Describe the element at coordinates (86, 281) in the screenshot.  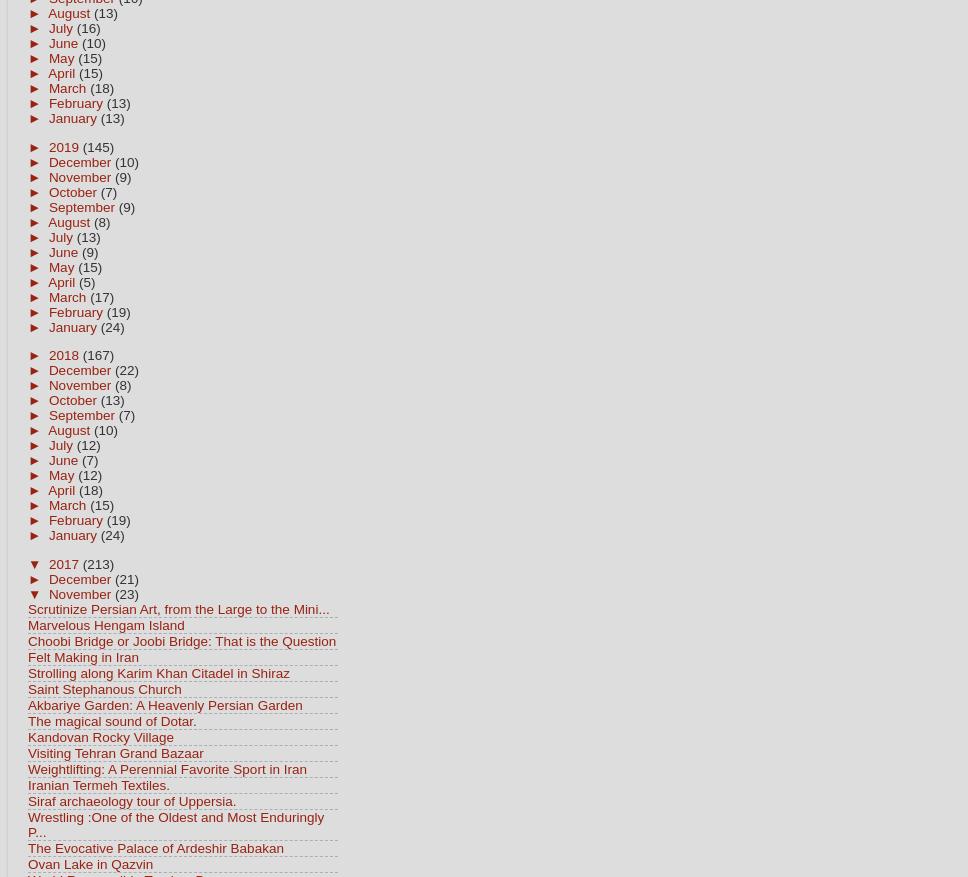
I see `'(5)'` at that location.